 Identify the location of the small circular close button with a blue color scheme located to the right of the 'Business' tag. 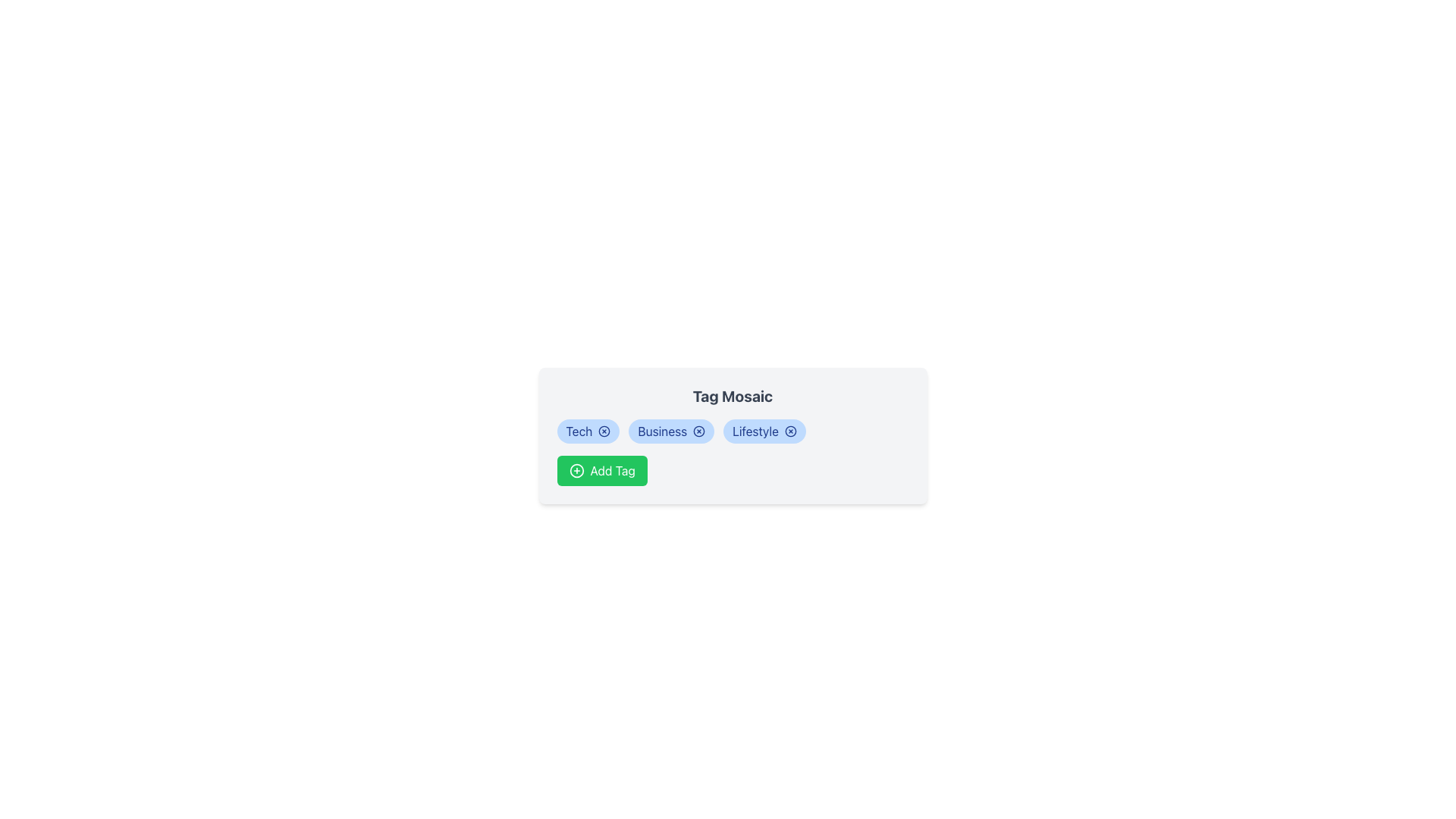
(698, 431).